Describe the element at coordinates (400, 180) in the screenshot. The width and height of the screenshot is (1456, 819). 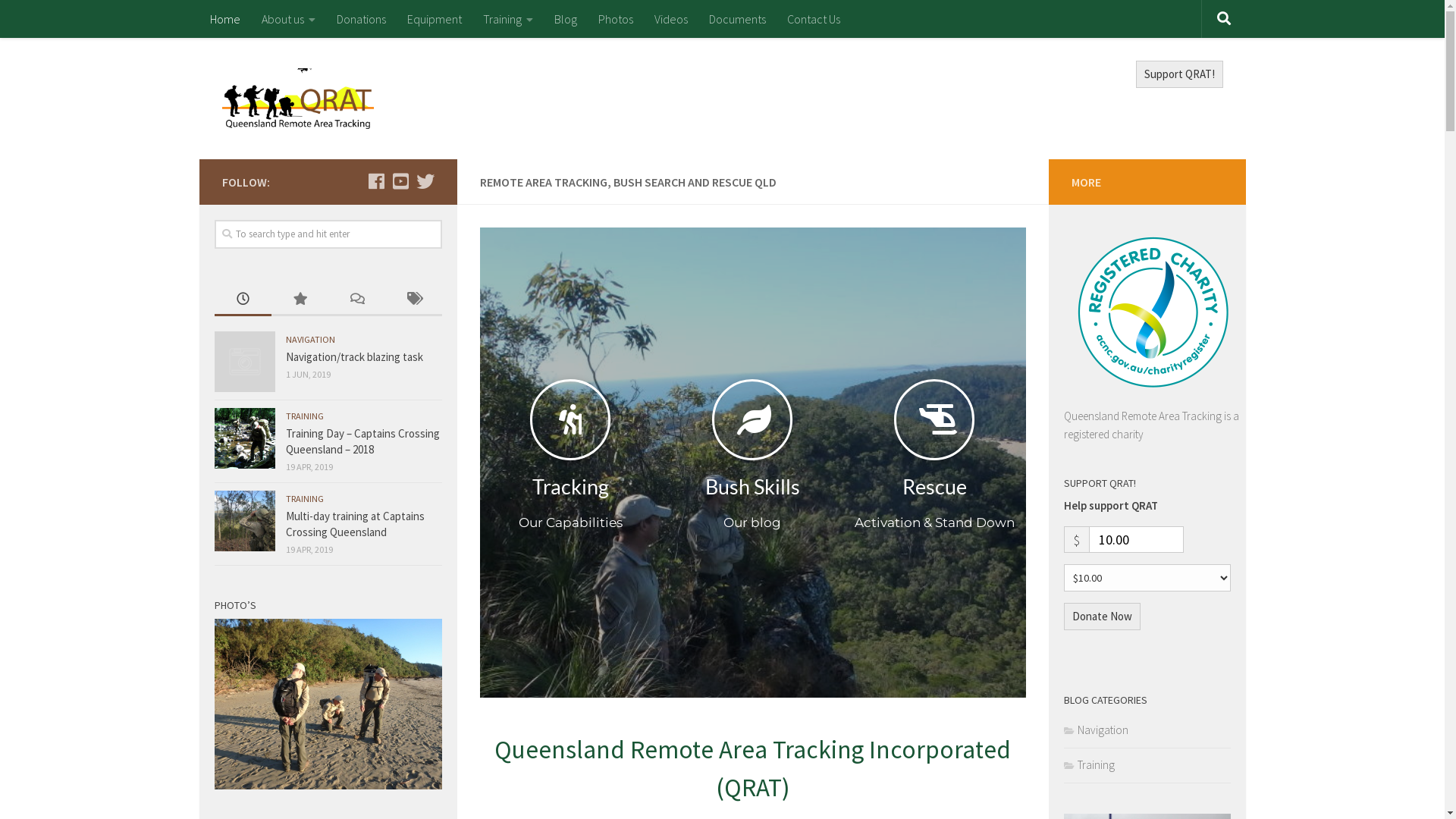
I see `'Follow us on Youtube'` at that location.